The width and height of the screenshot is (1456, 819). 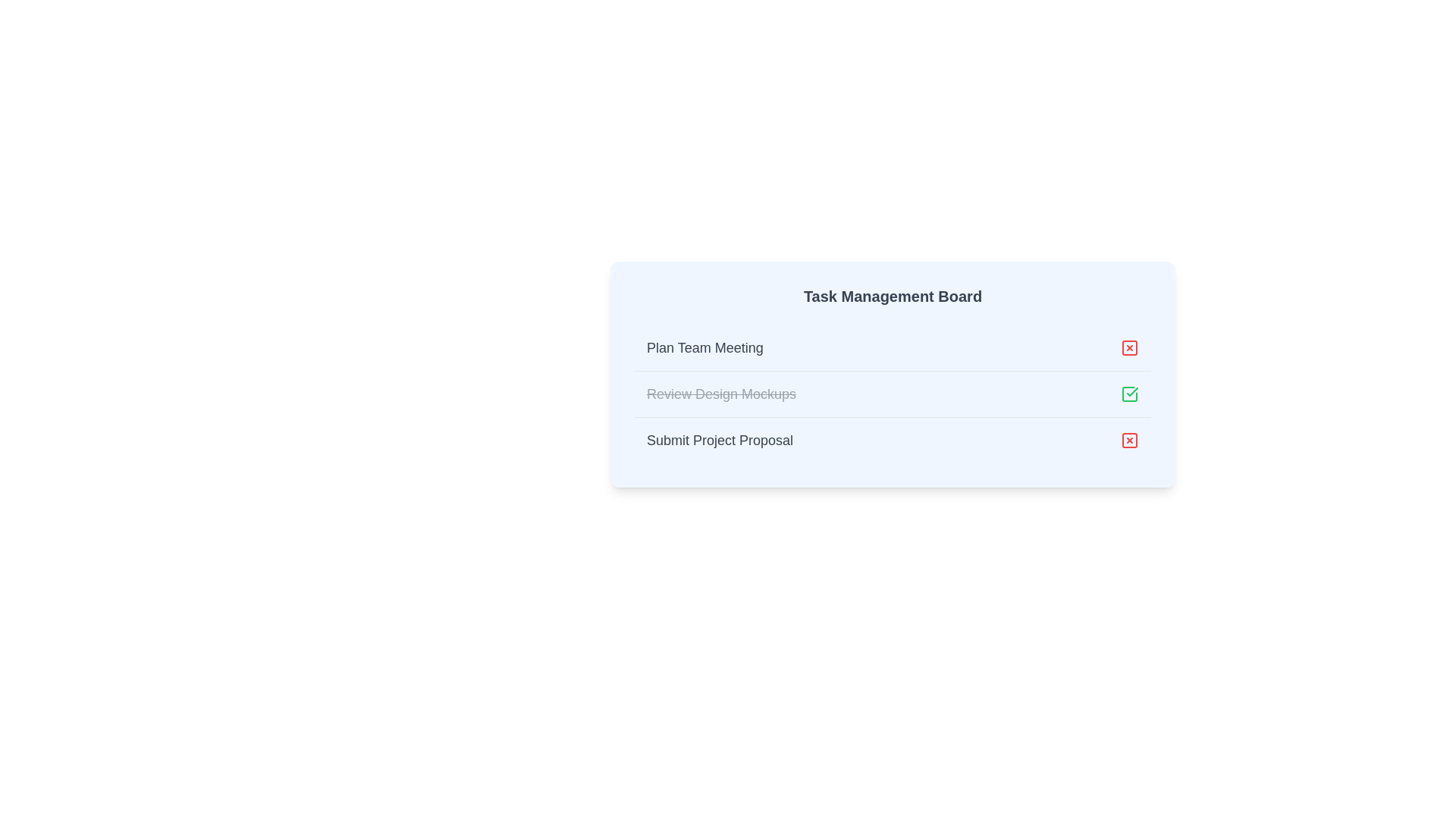 What do you see at coordinates (720, 394) in the screenshot?
I see `the text labeled 'Review Design Mockups' which is the second item in the 'Task Management Board' list, positioned below 'Plan Team Meeting' and above 'Submit Project Proposal.'` at bounding box center [720, 394].